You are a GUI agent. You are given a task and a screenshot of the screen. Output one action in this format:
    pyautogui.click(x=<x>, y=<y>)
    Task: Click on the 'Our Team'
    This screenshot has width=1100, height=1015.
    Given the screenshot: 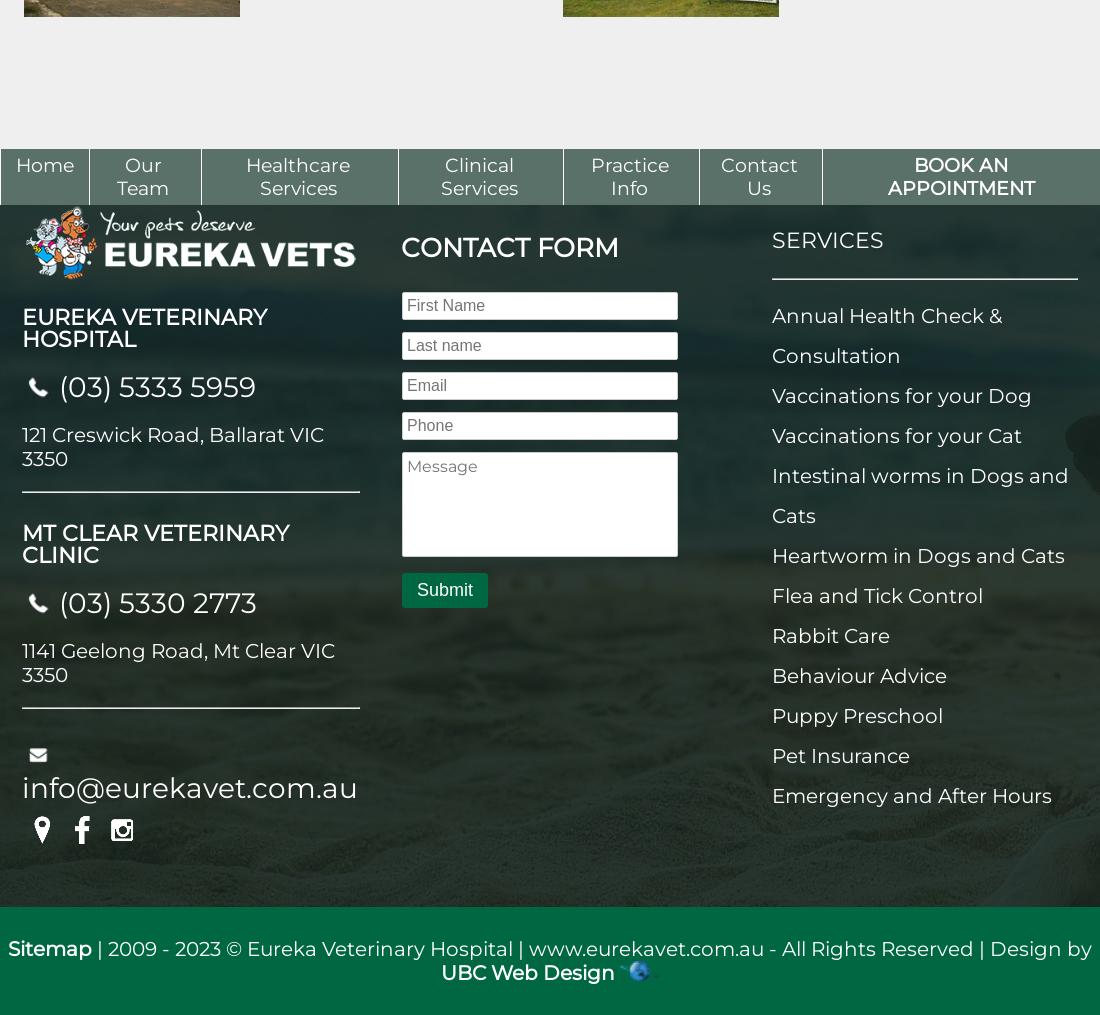 What is the action you would take?
    pyautogui.click(x=142, y=175)
    